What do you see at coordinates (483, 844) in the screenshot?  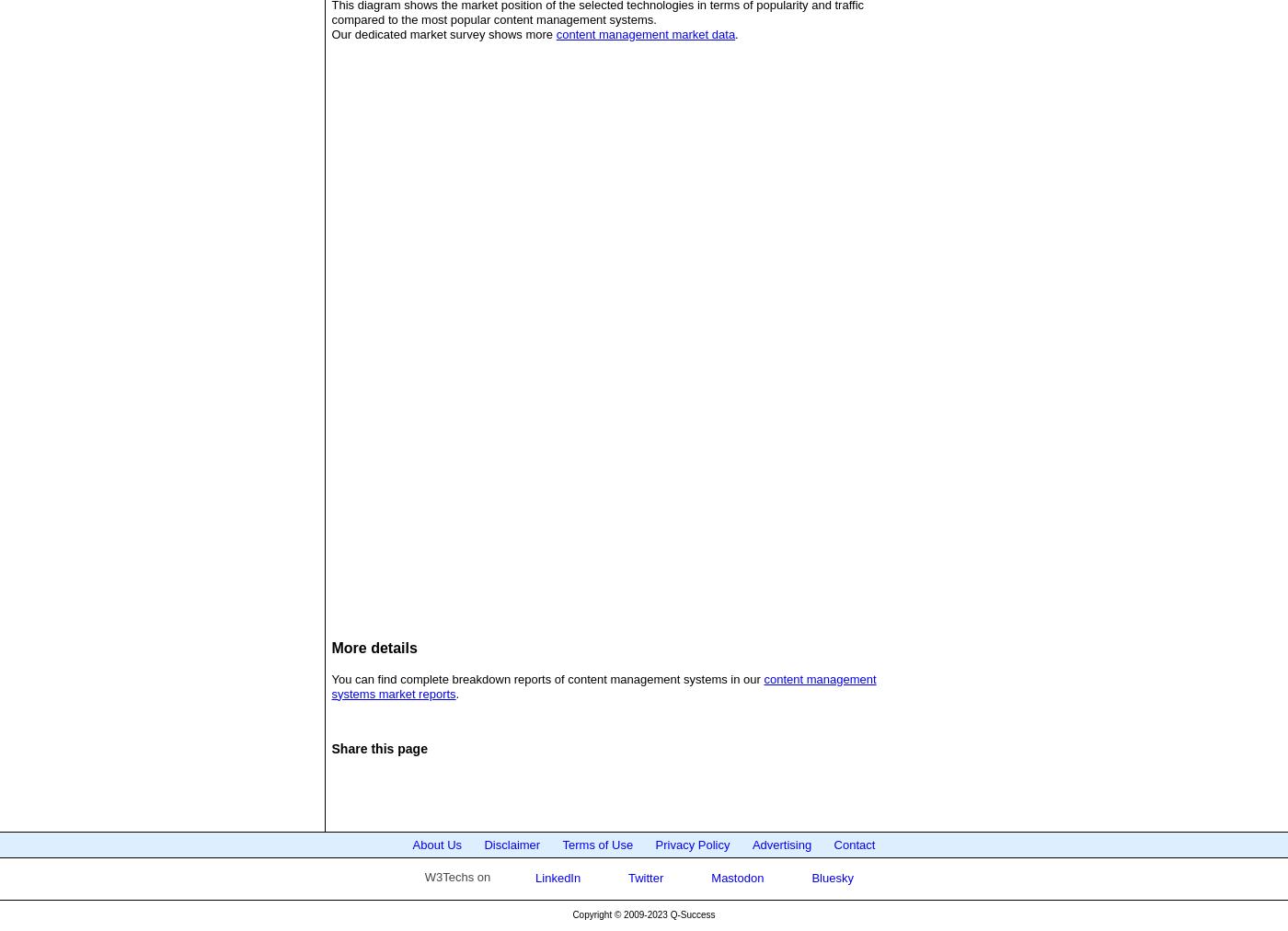 I see `'Disclaimer'` at bounding box center [483, 844].